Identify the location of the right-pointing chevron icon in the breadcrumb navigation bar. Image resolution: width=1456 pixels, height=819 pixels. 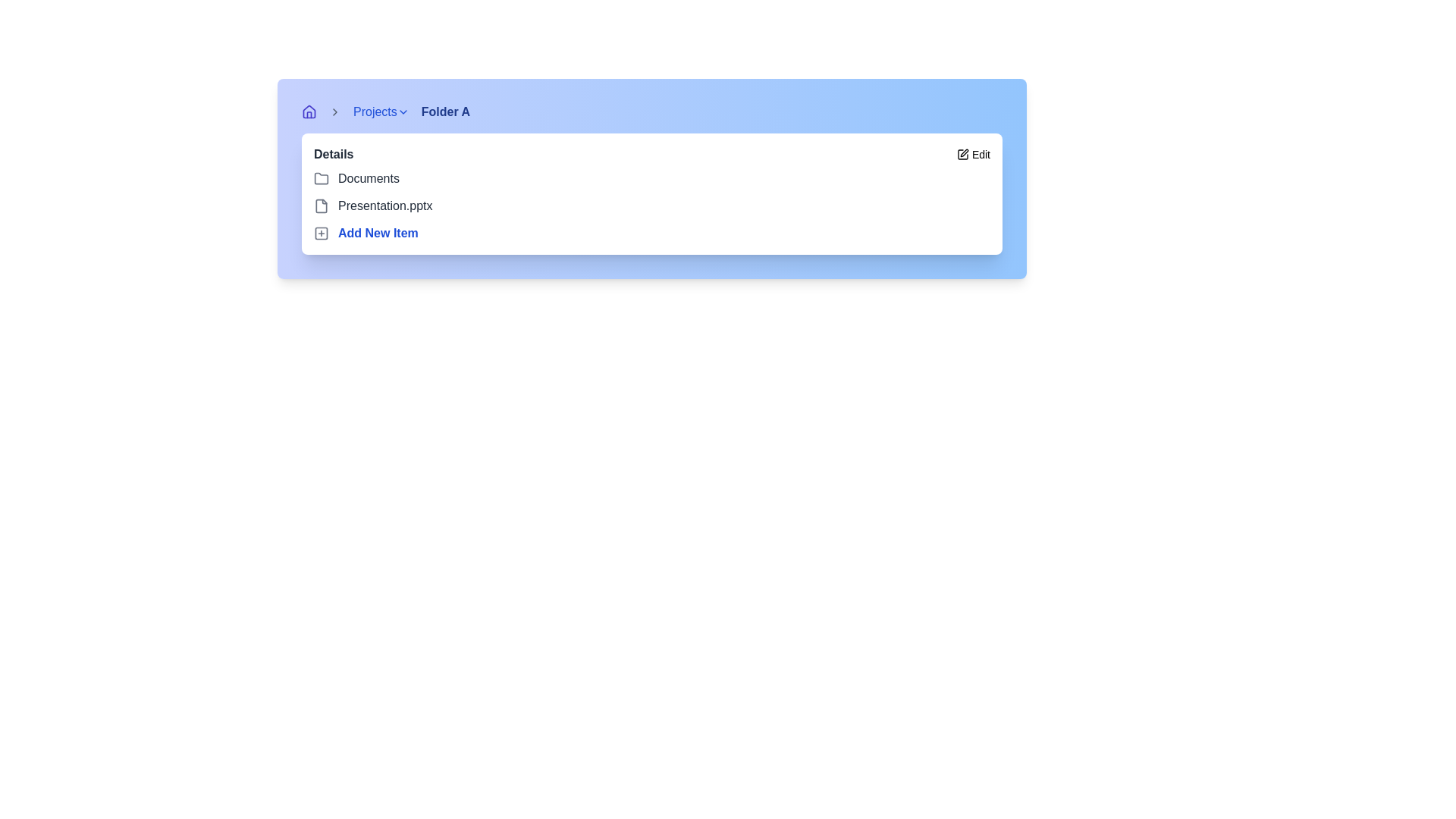
(334, 111).